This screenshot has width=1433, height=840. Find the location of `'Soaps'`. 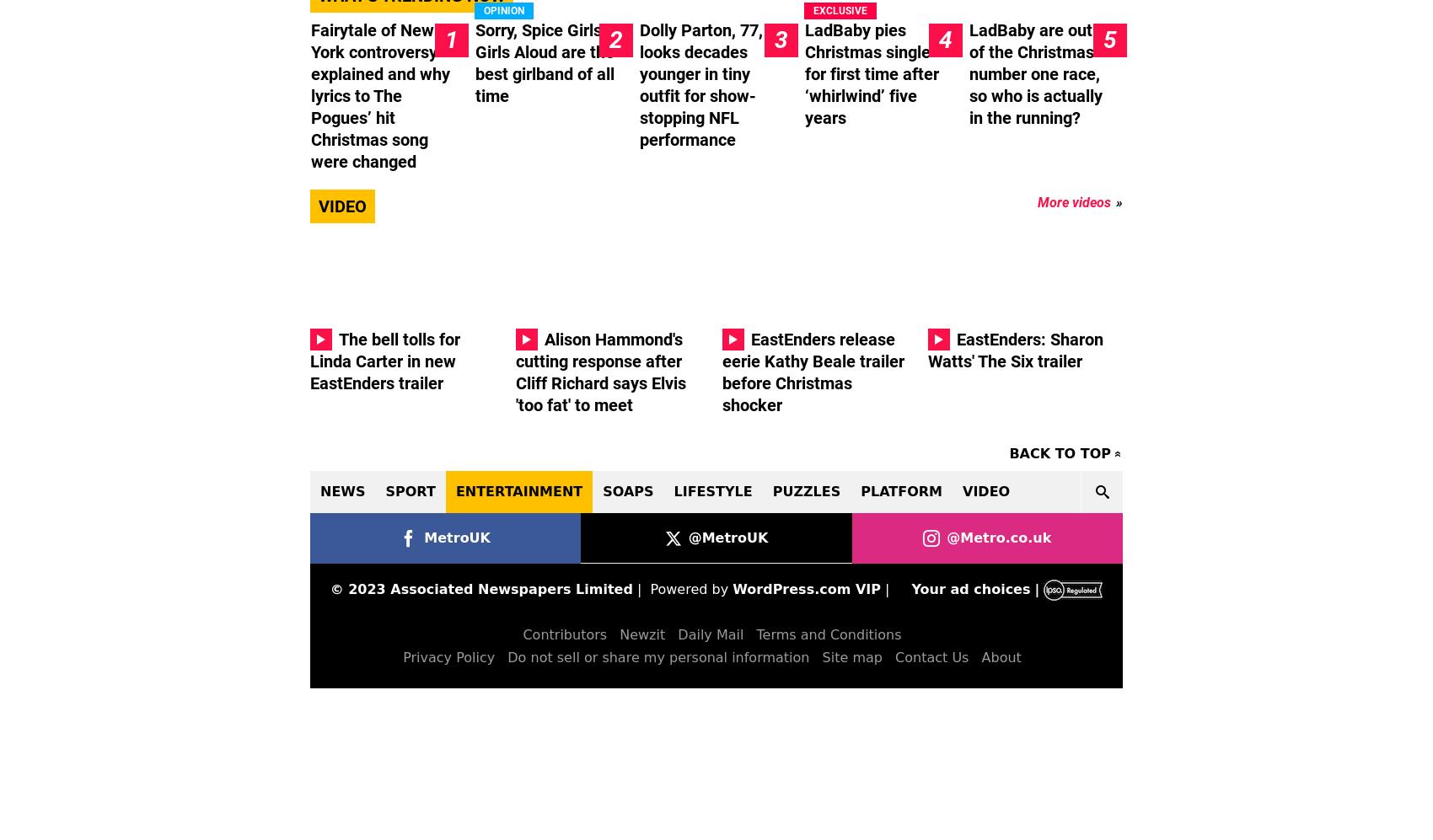

'Soaps' is located at coordinates (603, 491).